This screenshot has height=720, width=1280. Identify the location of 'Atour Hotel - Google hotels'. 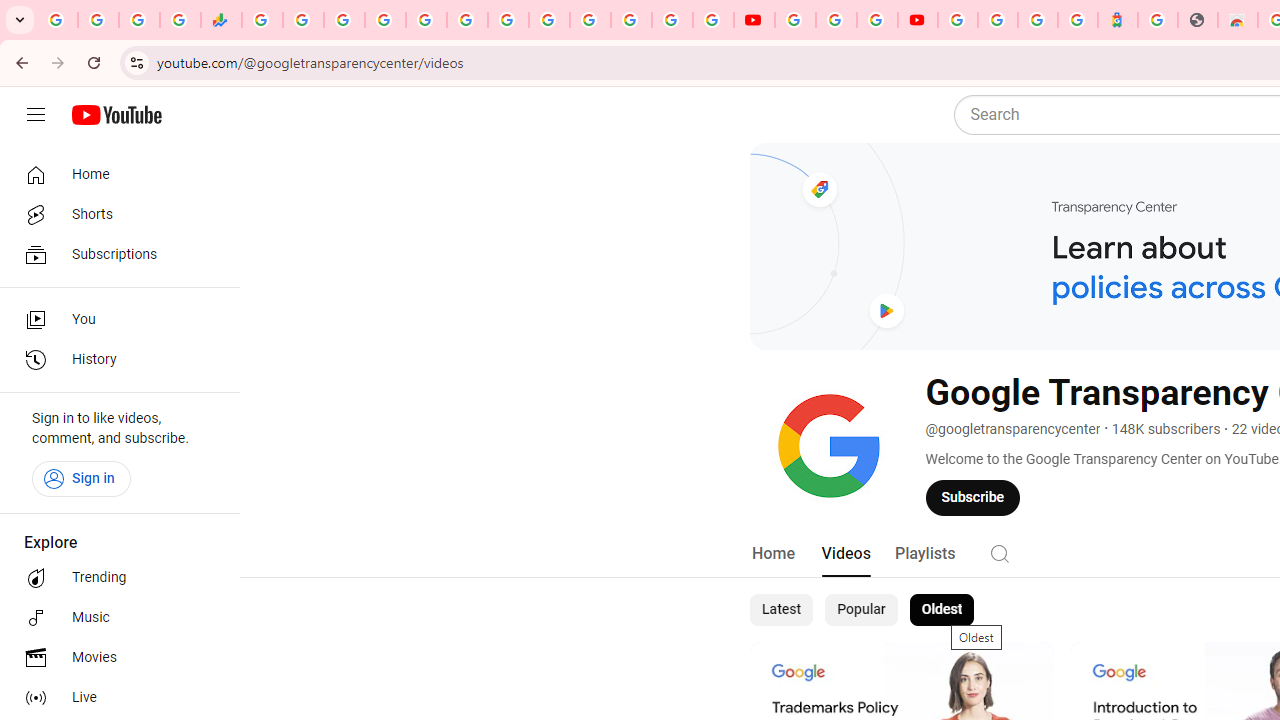
(1117, 20).